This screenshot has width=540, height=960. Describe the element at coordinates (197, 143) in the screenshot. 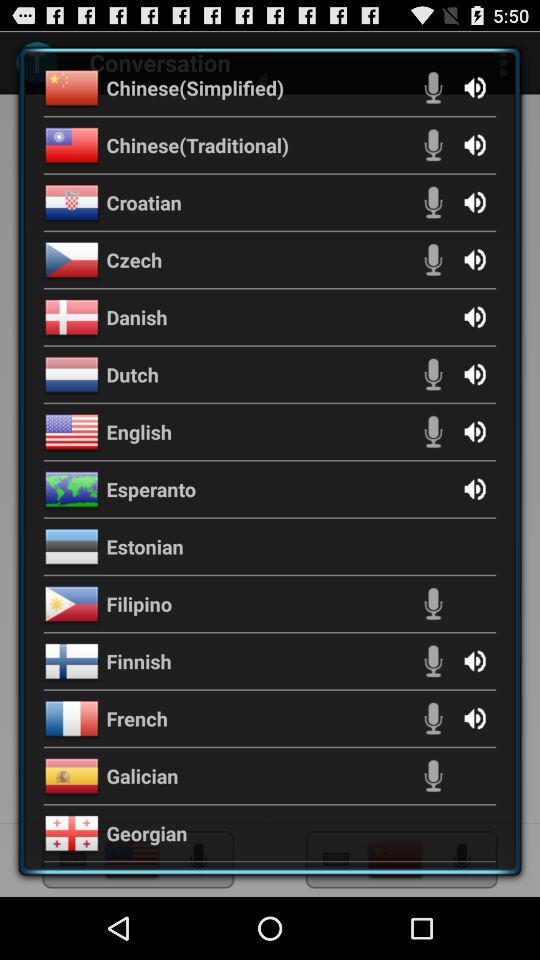

I see `app above the croatian icon` at that location.